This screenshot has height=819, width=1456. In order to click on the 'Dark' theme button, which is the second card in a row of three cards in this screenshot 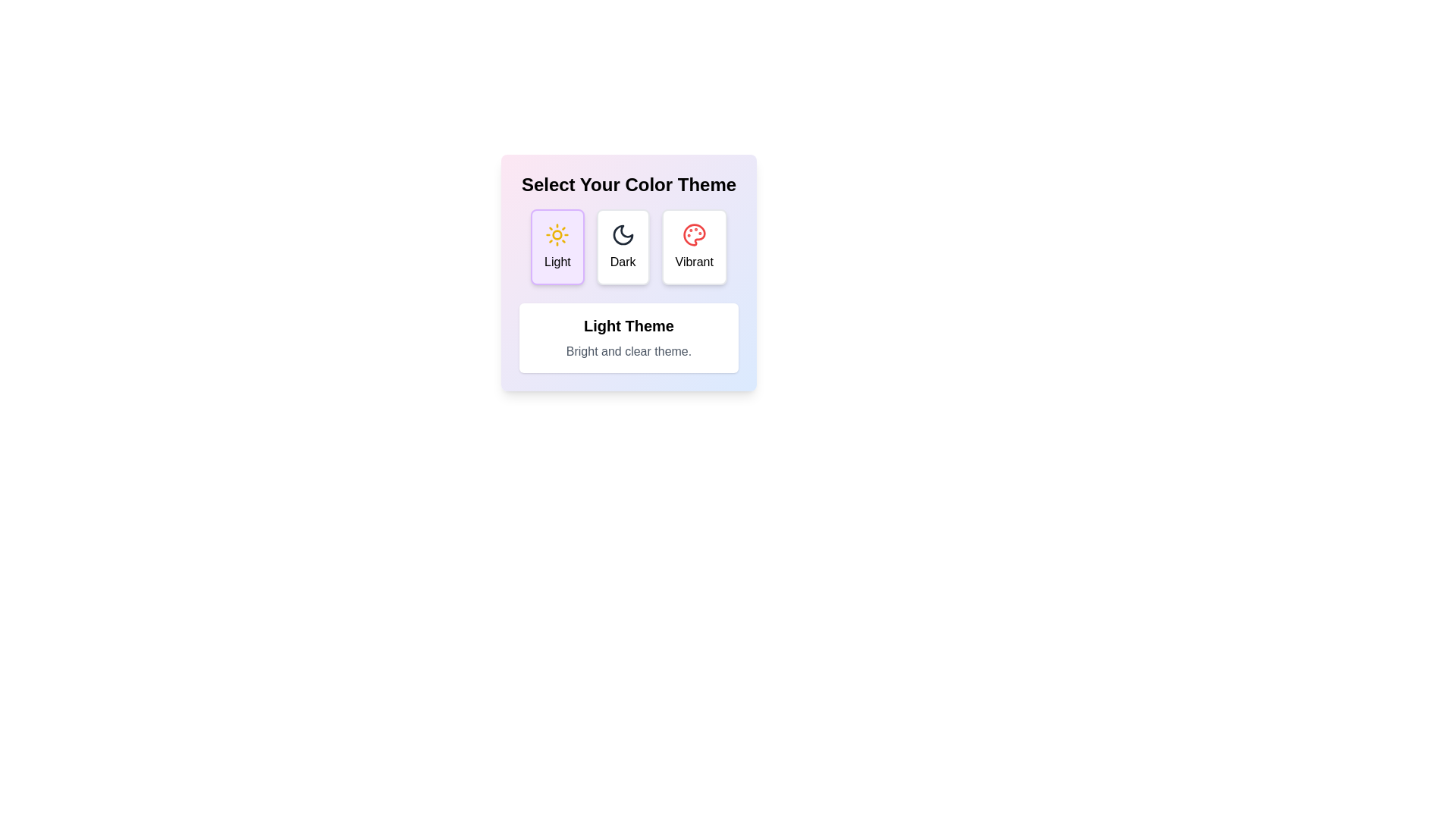, I will do `click(623, 246)`.